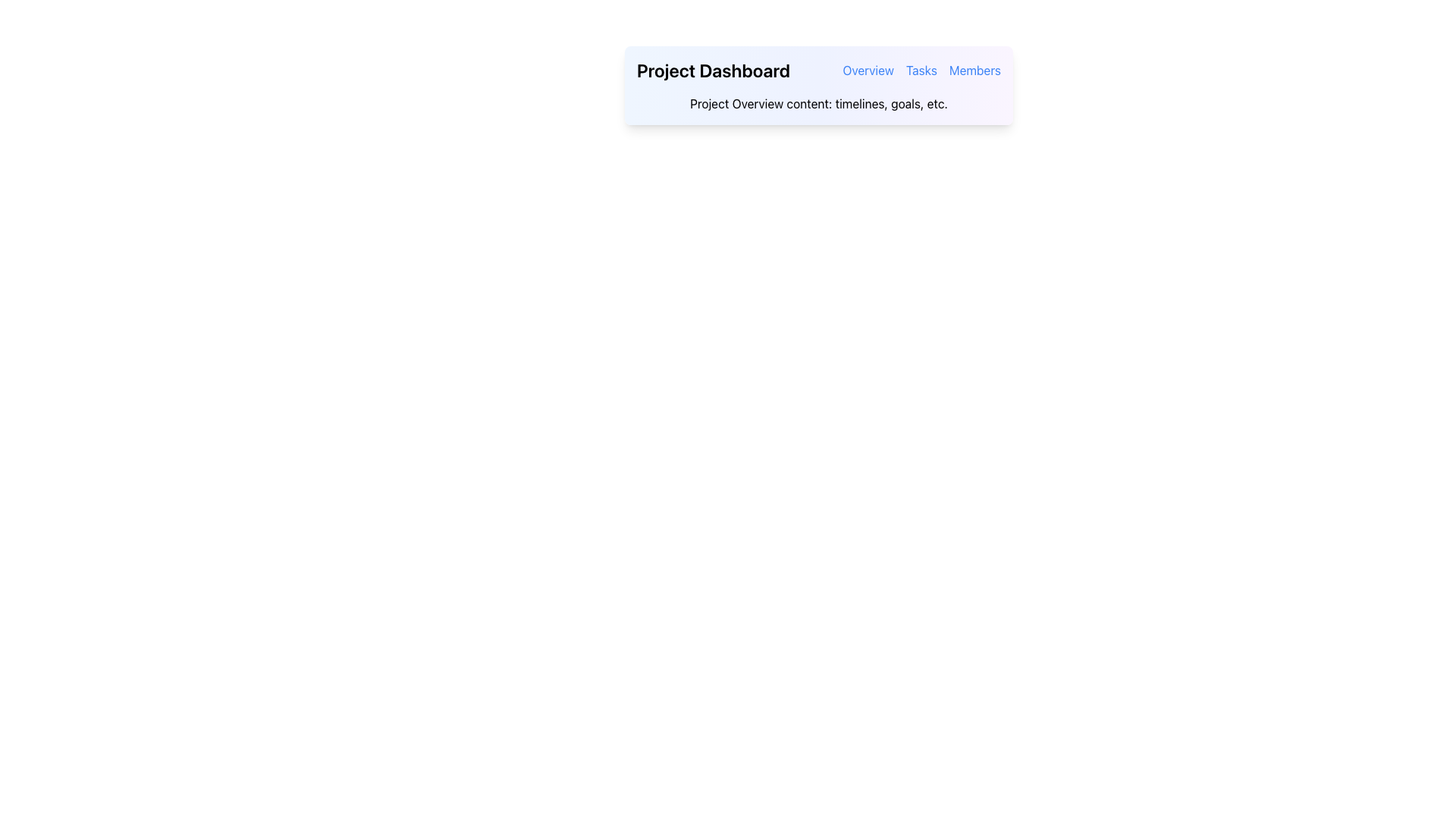 The image size is (1456, 819). I want to click on the 'Tasks' hyperlink in the navigation bar to observe the hover styling effect, so click(921, 70).